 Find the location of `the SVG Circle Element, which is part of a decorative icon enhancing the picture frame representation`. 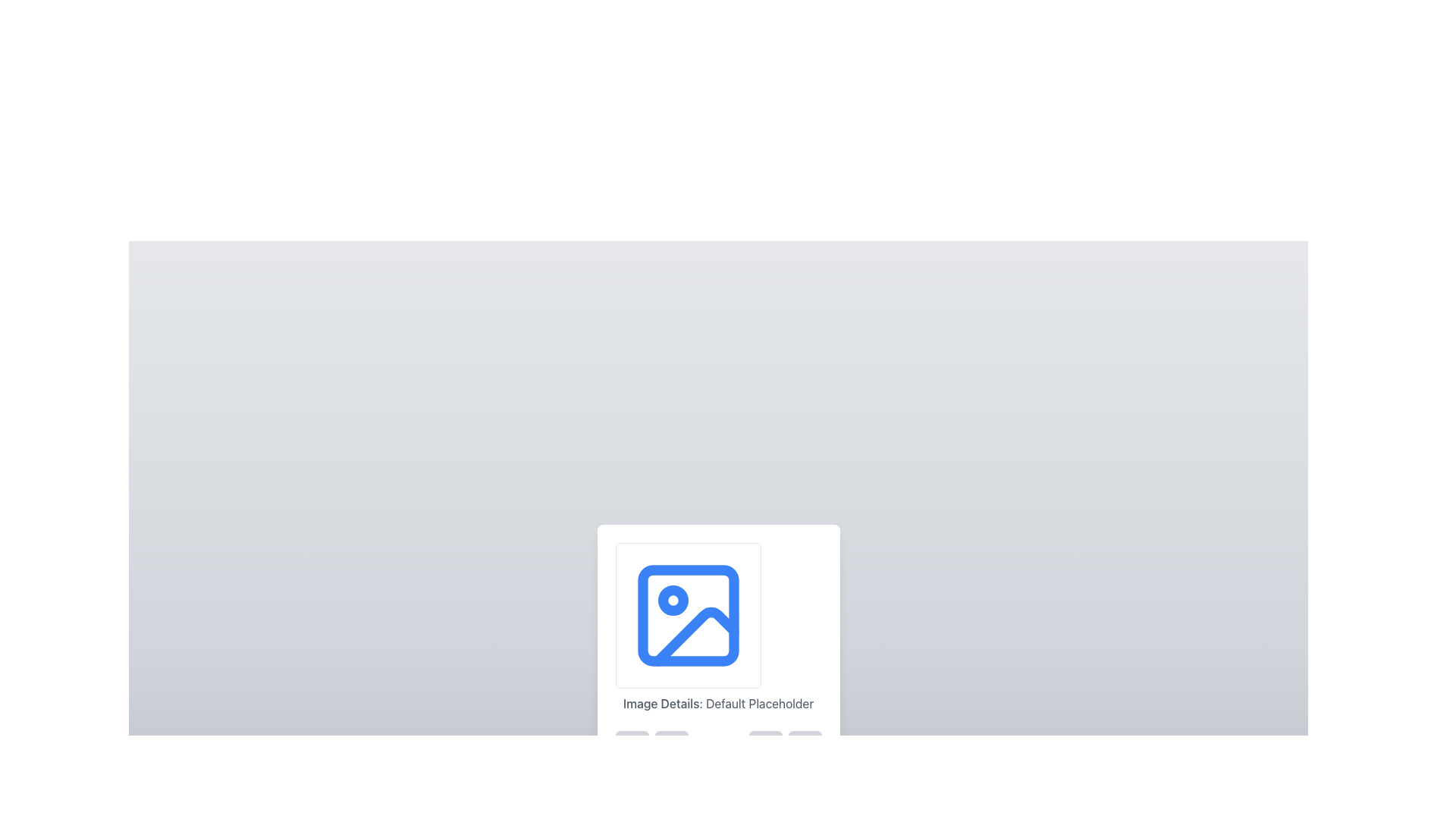

the SVG Circle Element, which is part of a decorative icon enhancing the picture frame representation is located at coordinates (672, 599).